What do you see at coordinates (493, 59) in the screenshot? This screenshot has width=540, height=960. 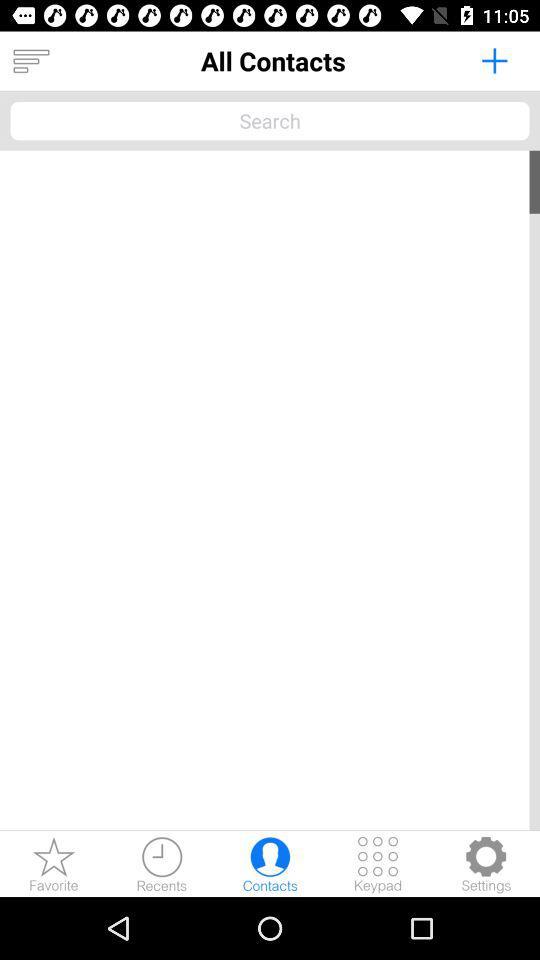 I see `app to the right of all contacts` at bounding box center [493, 59].